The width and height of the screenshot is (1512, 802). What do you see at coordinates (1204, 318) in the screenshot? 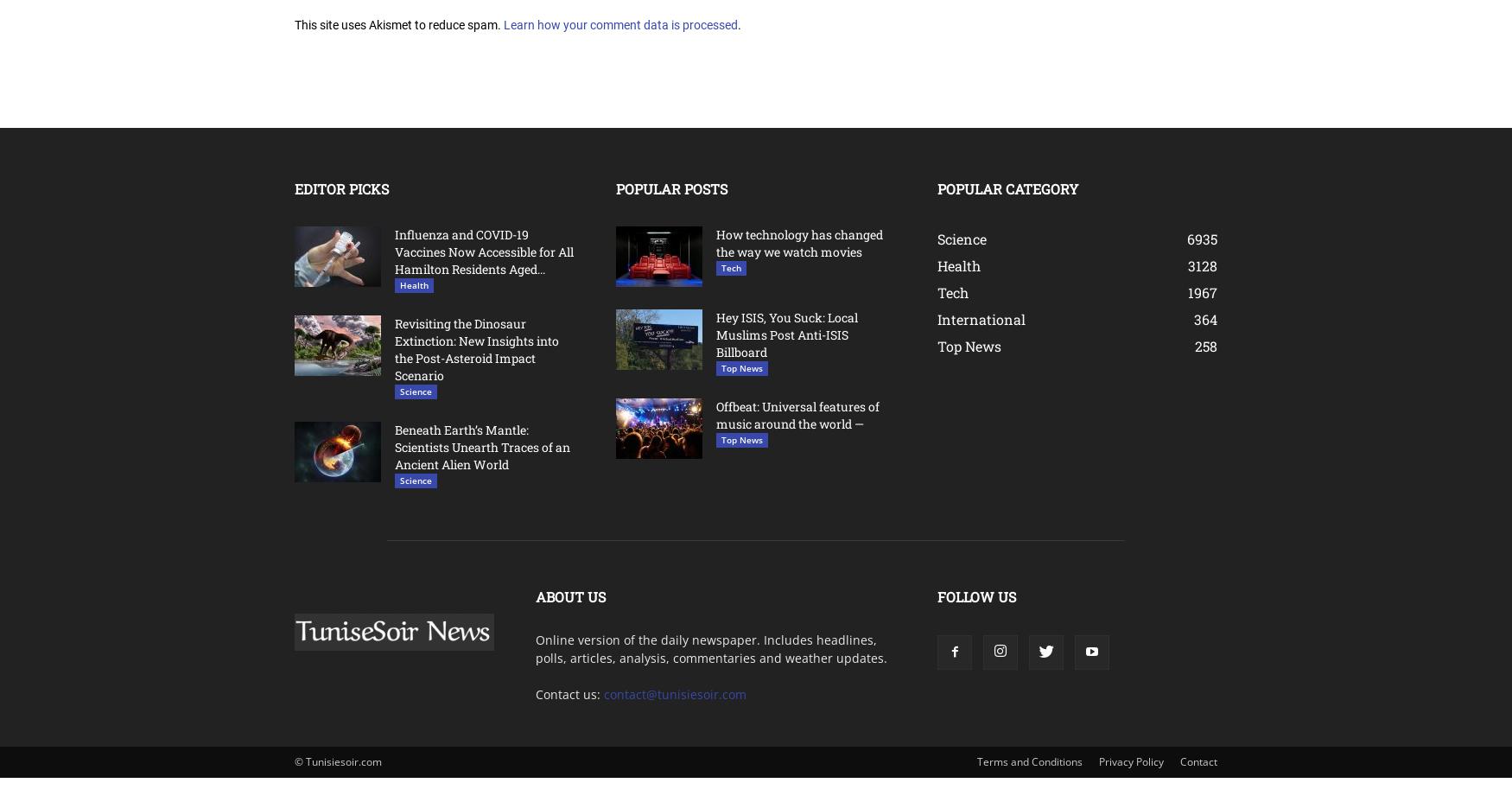
I see `'364'` at bounding box center [1204, 318].